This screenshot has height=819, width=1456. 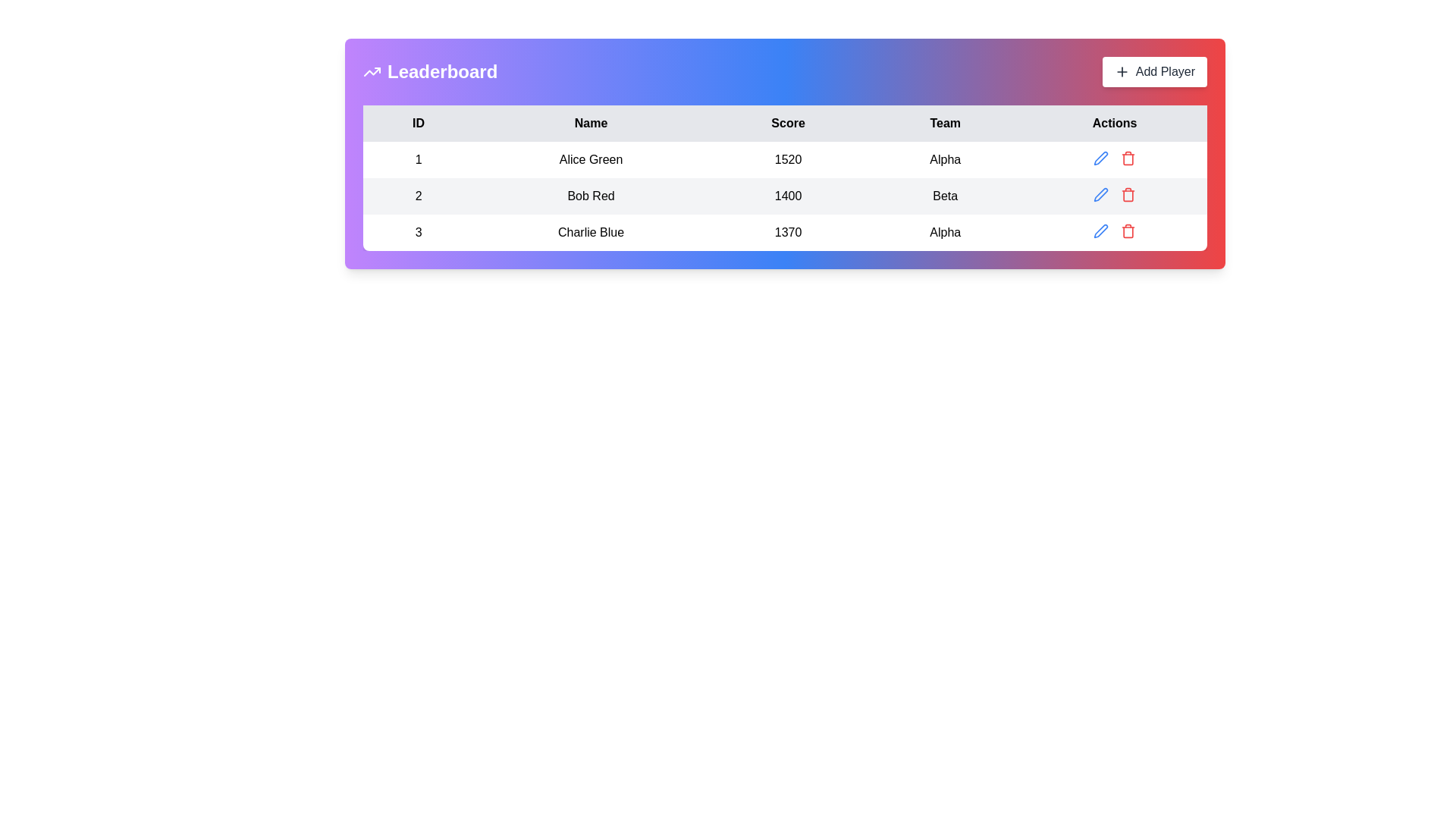 What do you see at coordinates (419, 160) in the screenshot?
I see `the table cell displaying the number '1', which is located in the first row under the 'ID' header and to the left of the cell containing 'Alice Green'` at bounding box center [419, 160].